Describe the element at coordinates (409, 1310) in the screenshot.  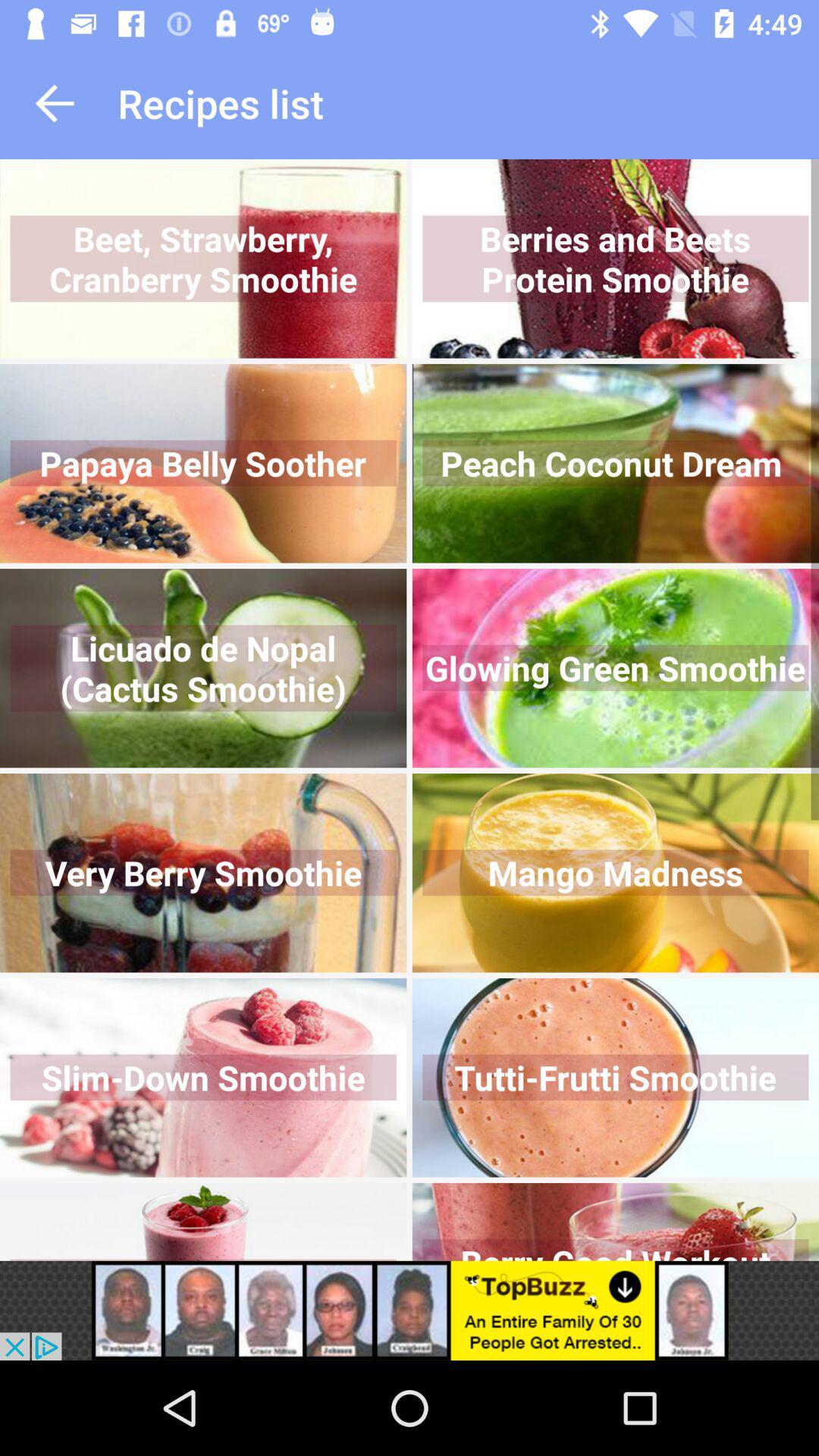
I see `adverstisment` at that location.